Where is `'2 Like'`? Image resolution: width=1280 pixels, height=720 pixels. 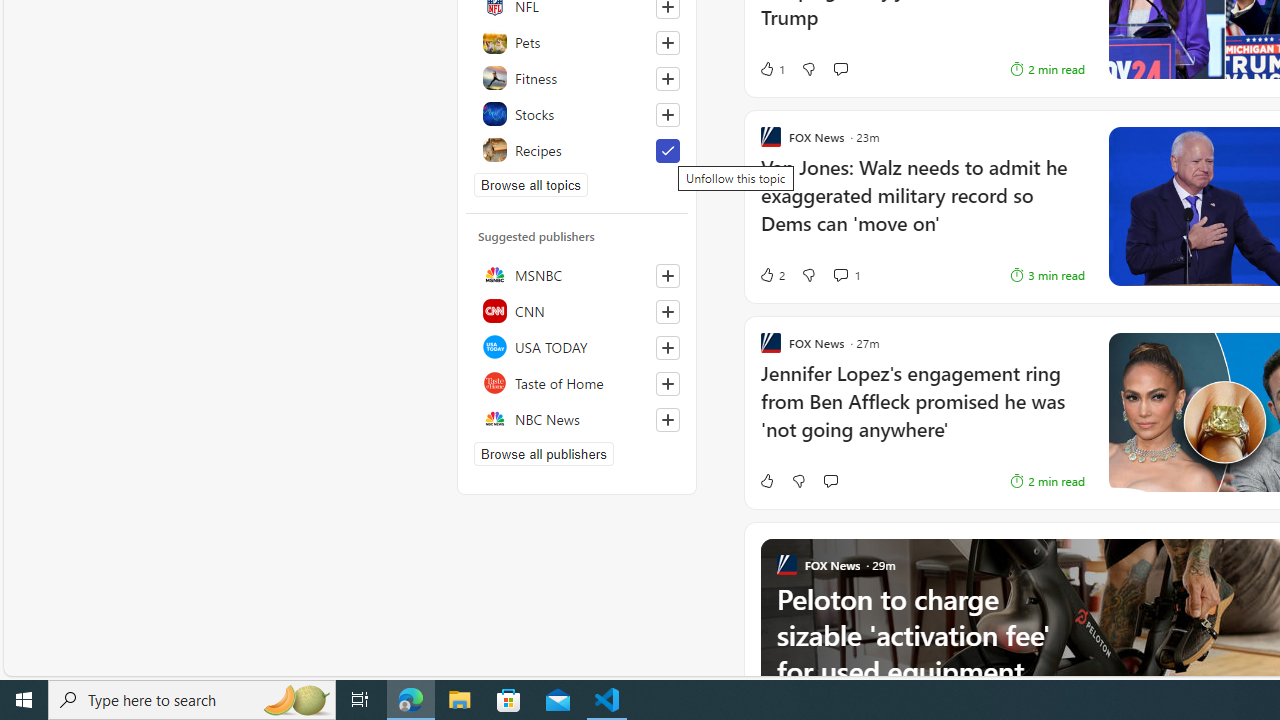 '2 Like' is located at coordinates (770, 275).